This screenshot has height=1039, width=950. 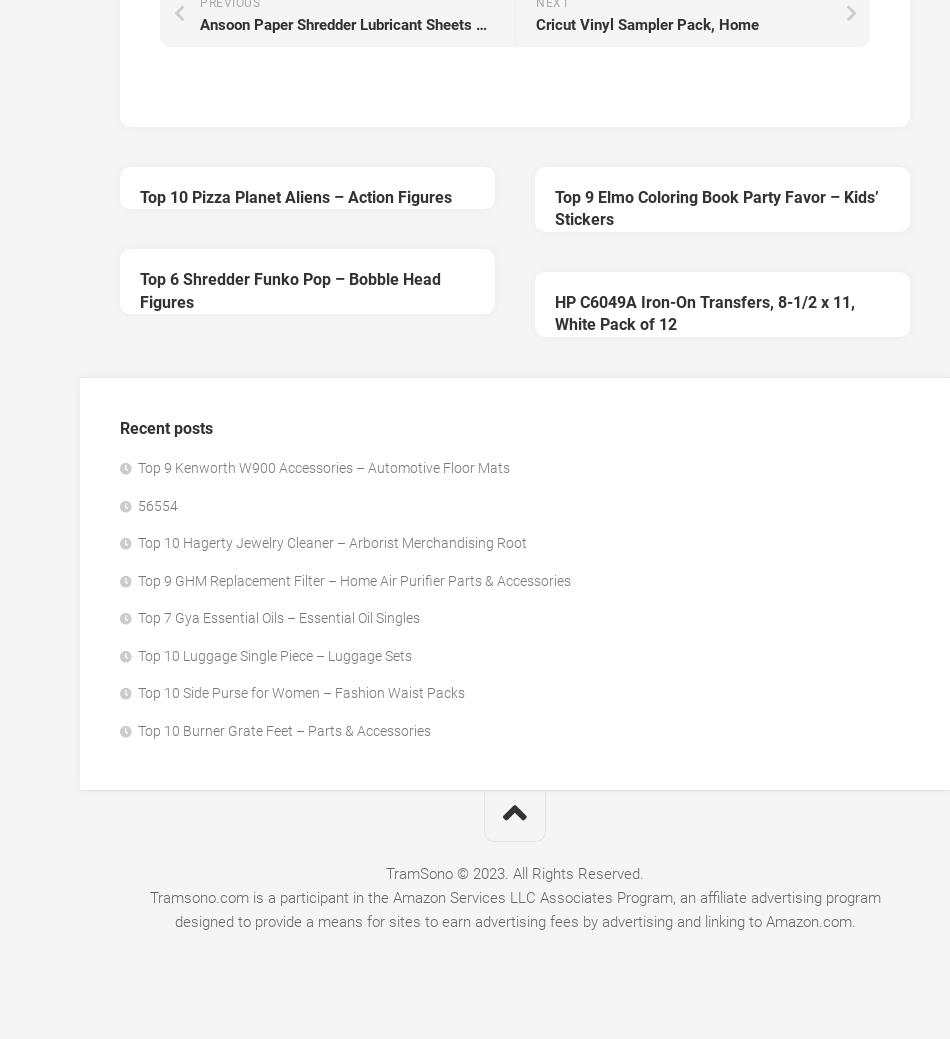 I want to click on 'HP C6049A Iron-On Transfers, 8-1/2 x 11, White Pack of 12', so click(x=554, y=313).